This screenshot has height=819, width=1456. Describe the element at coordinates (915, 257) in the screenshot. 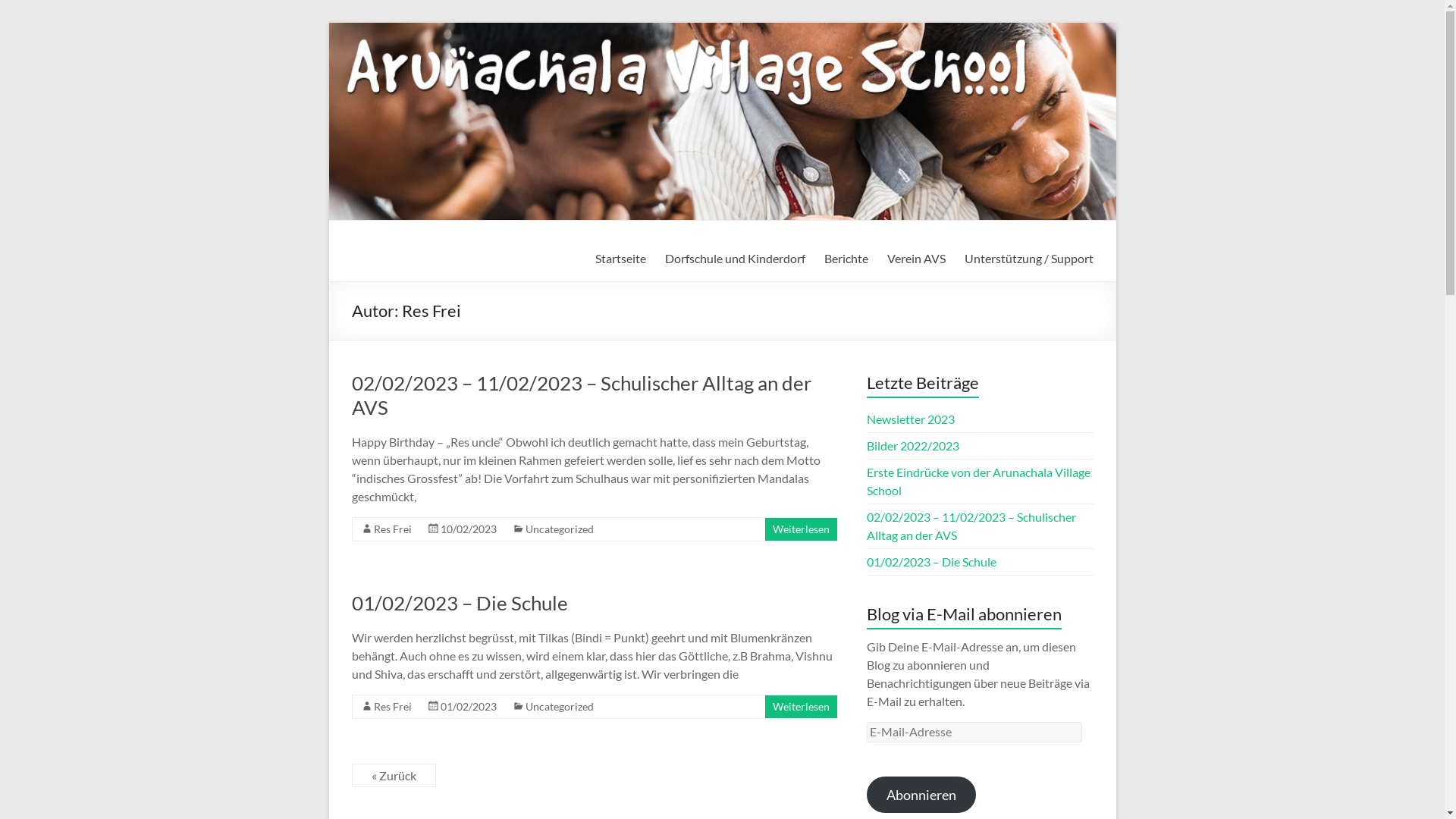

I see `'Verein AVS'` at that location.